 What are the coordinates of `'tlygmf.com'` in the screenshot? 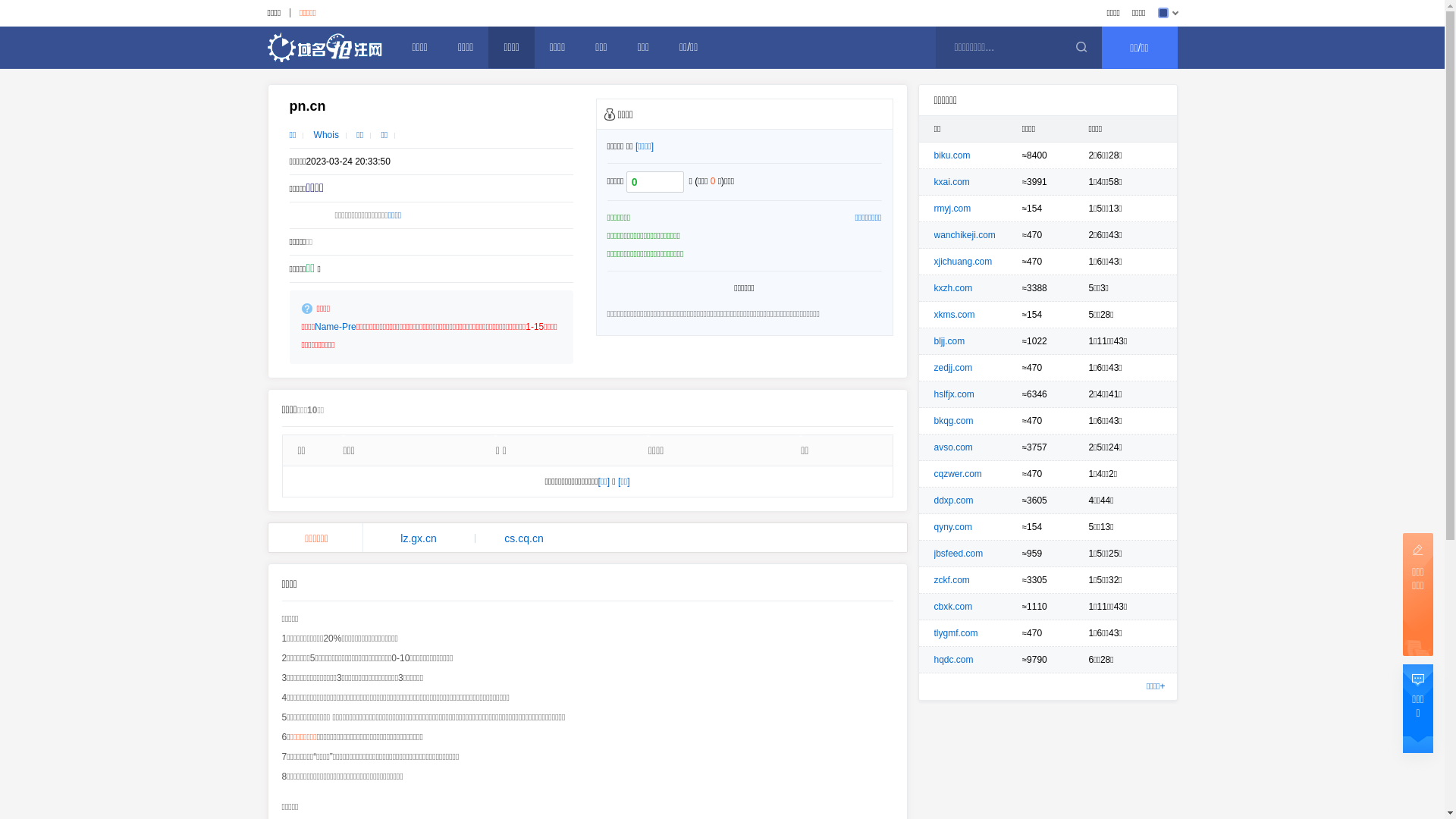 It's located at (955, 632).